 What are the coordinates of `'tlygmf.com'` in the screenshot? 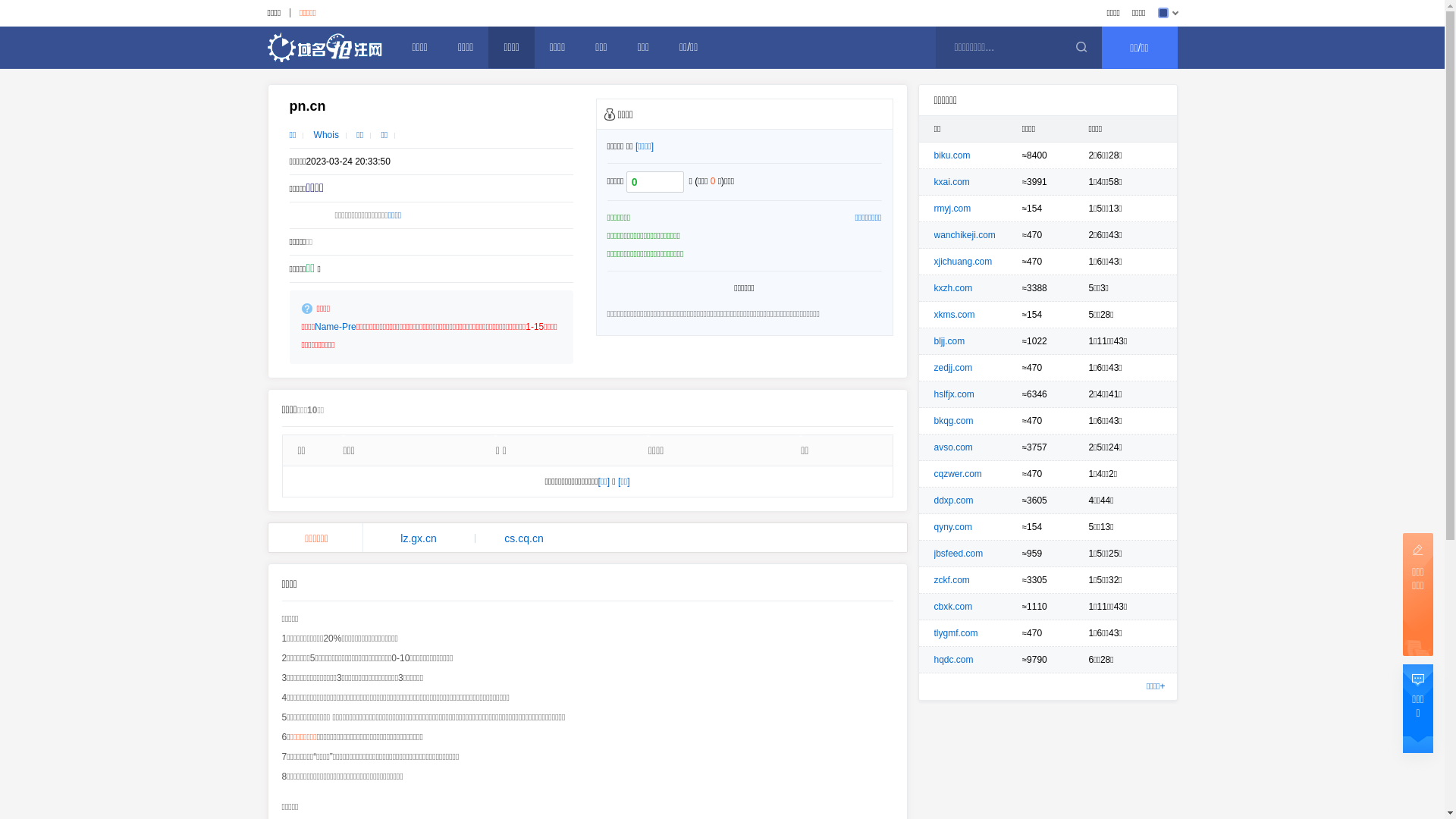 It's located at (955, 632).